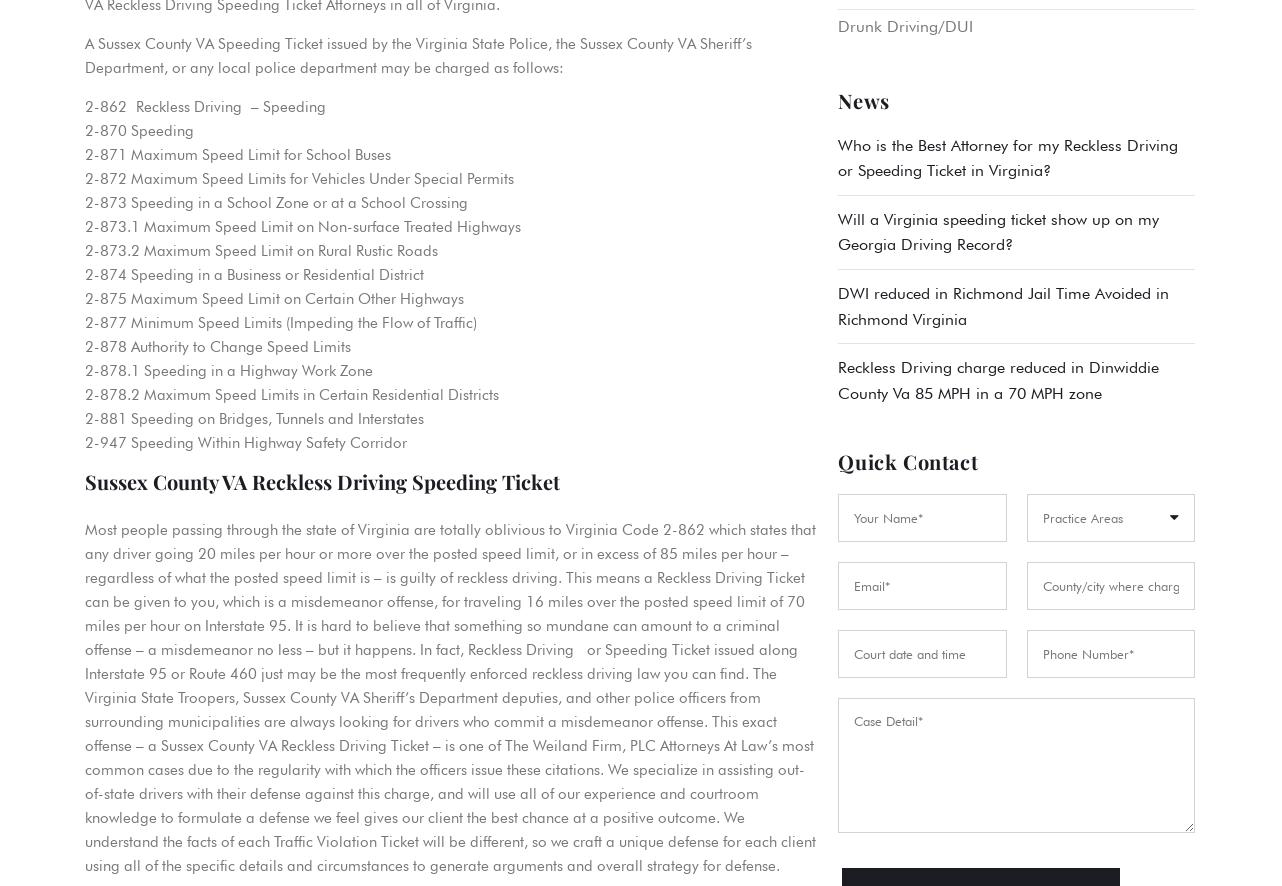  What do you see at coordinates (292, 394) in the screenshot?
I see `'2-878.2 Maximum Speed Limits in Certain Residential Districts'` at bounding box center [292, 394].